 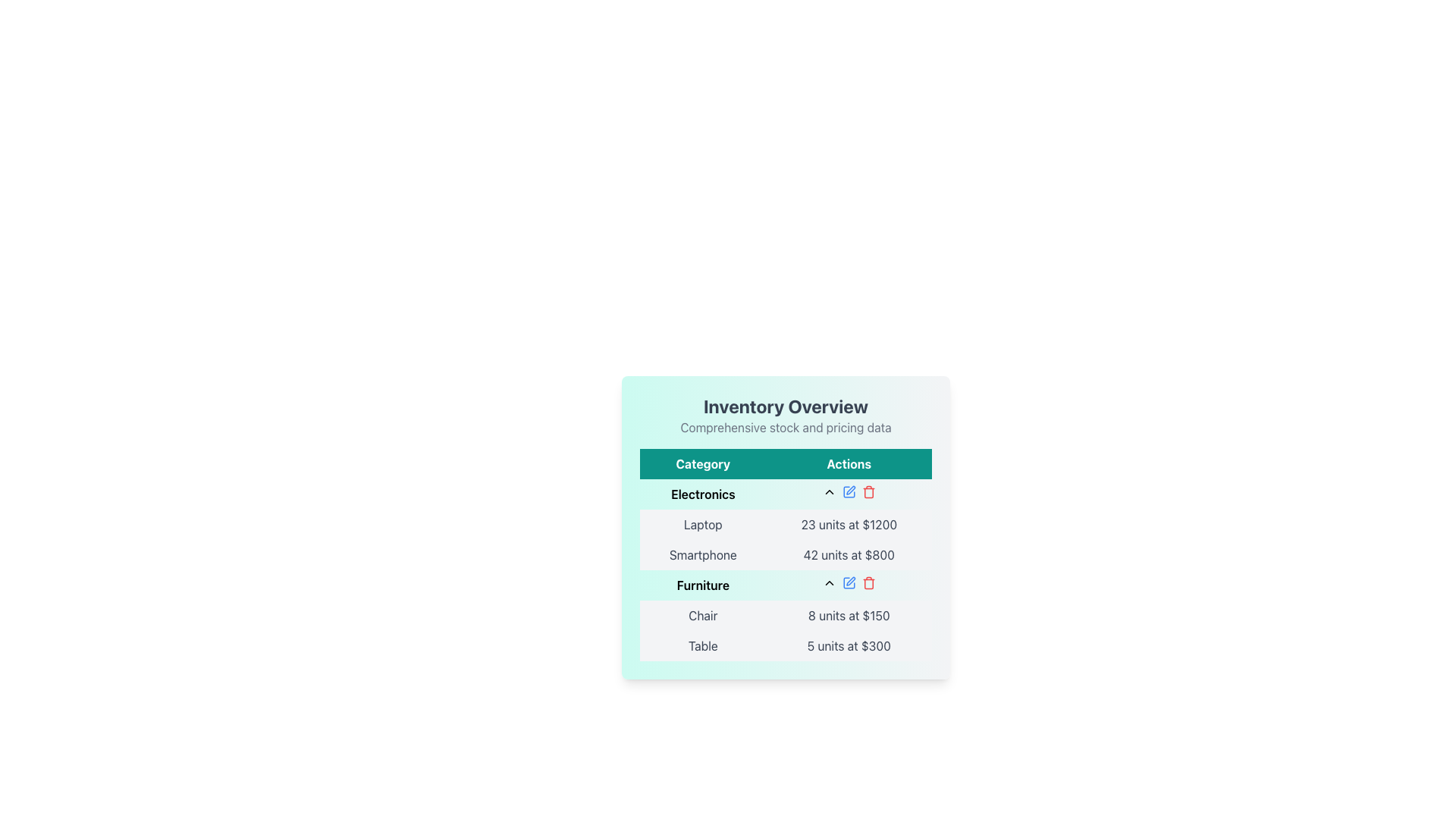 I want to click on the text element displaying '8 units at $150' which is part of the furniture inventory detailed view, positioned to the right of the 'Chair' label, so click(x=848, y=616).